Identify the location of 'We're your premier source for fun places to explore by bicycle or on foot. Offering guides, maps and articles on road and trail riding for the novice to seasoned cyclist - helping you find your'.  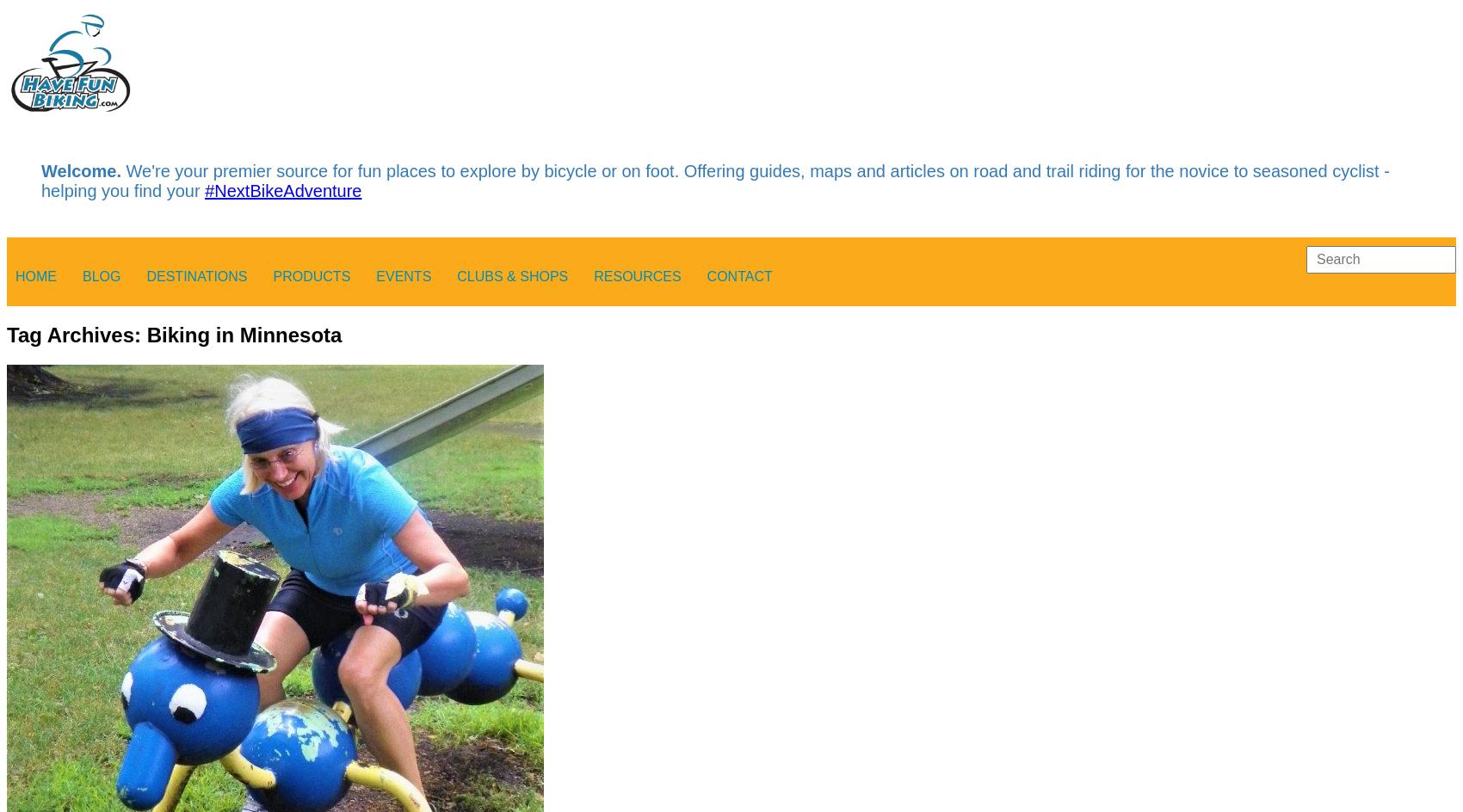
(713, 180).